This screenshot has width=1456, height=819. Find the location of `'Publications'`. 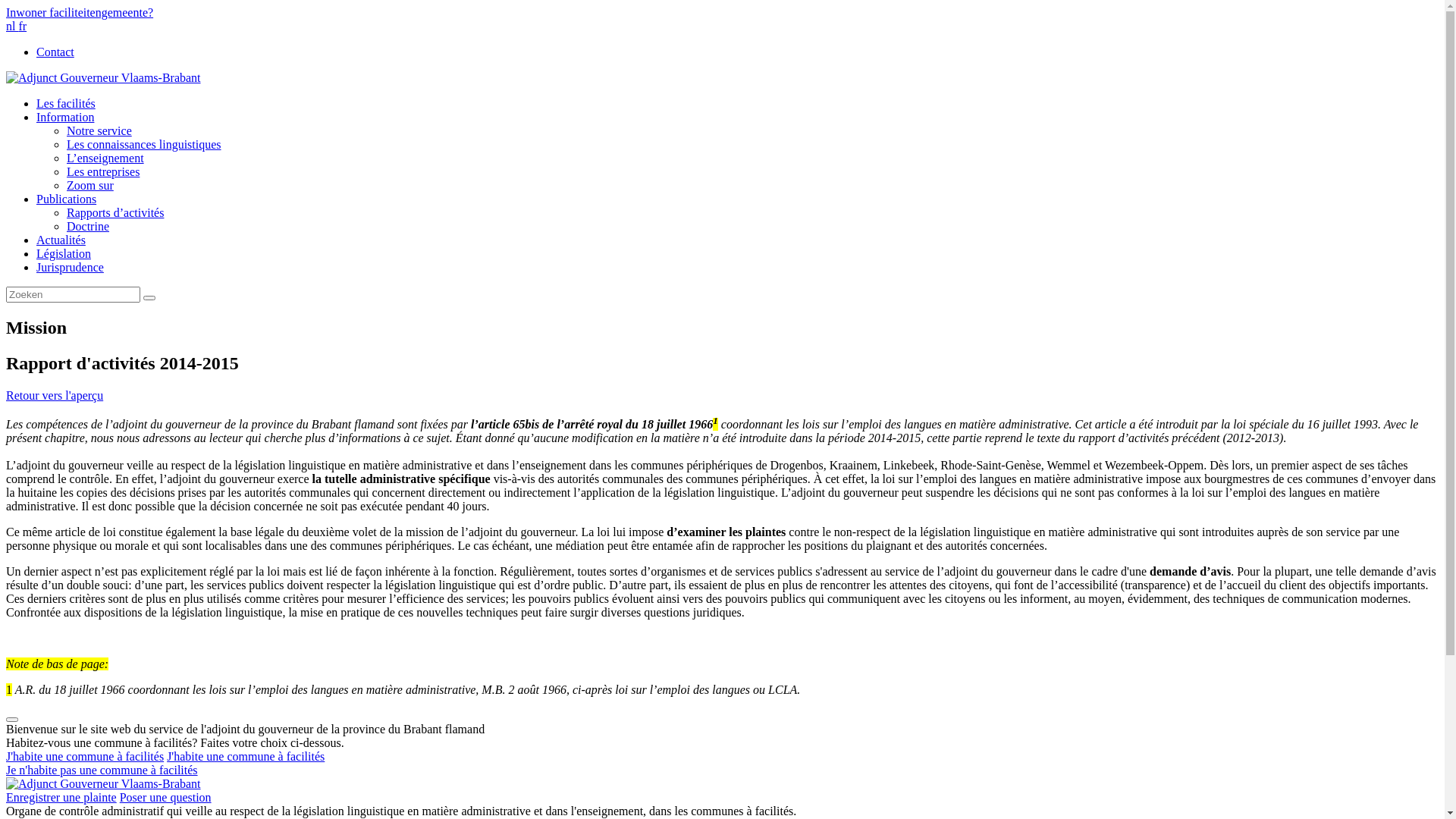

'Publications' is located at coordinates (65, 198).